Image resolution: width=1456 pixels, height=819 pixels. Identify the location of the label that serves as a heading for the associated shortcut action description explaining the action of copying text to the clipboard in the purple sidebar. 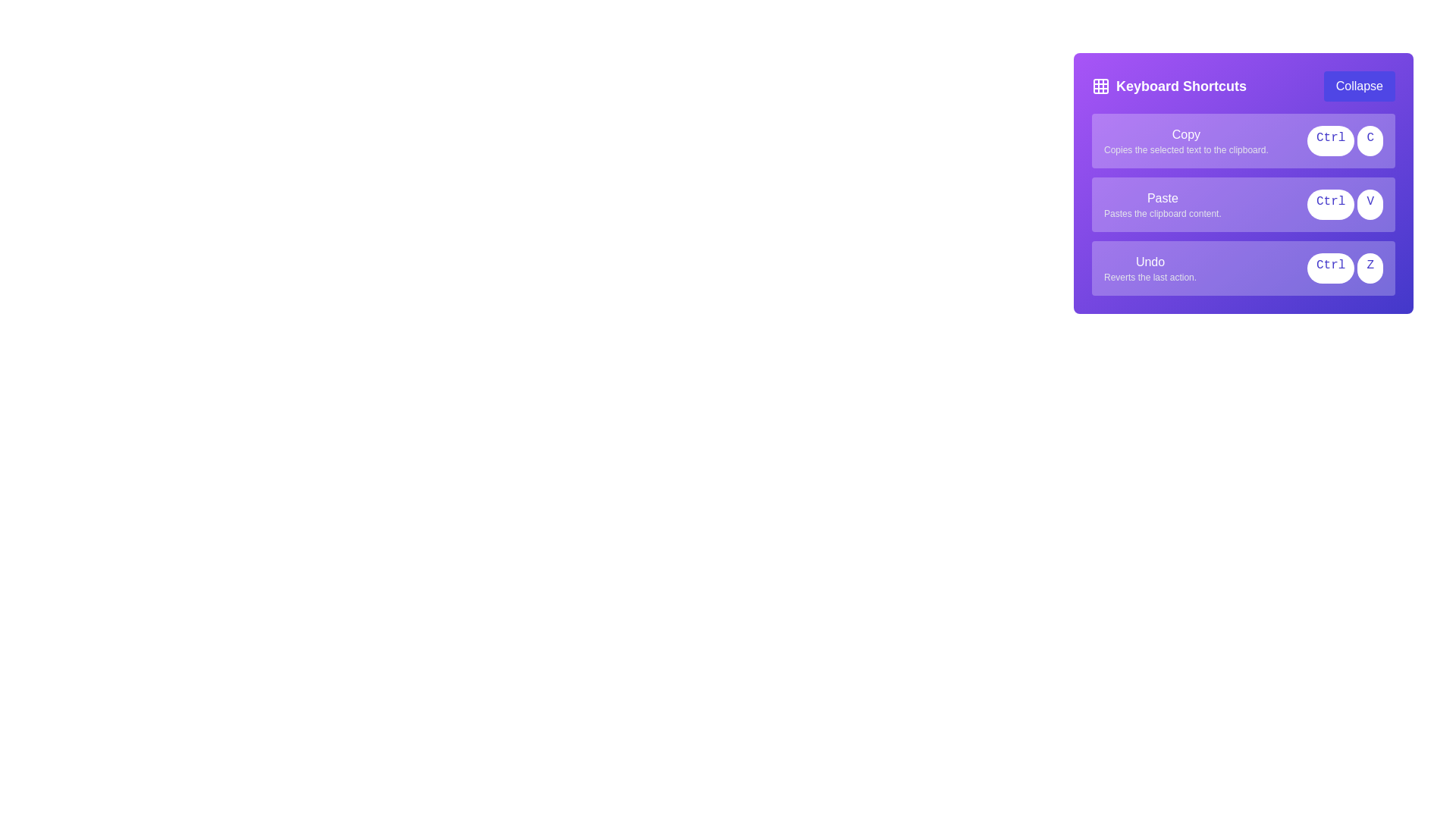
(1185, 133).